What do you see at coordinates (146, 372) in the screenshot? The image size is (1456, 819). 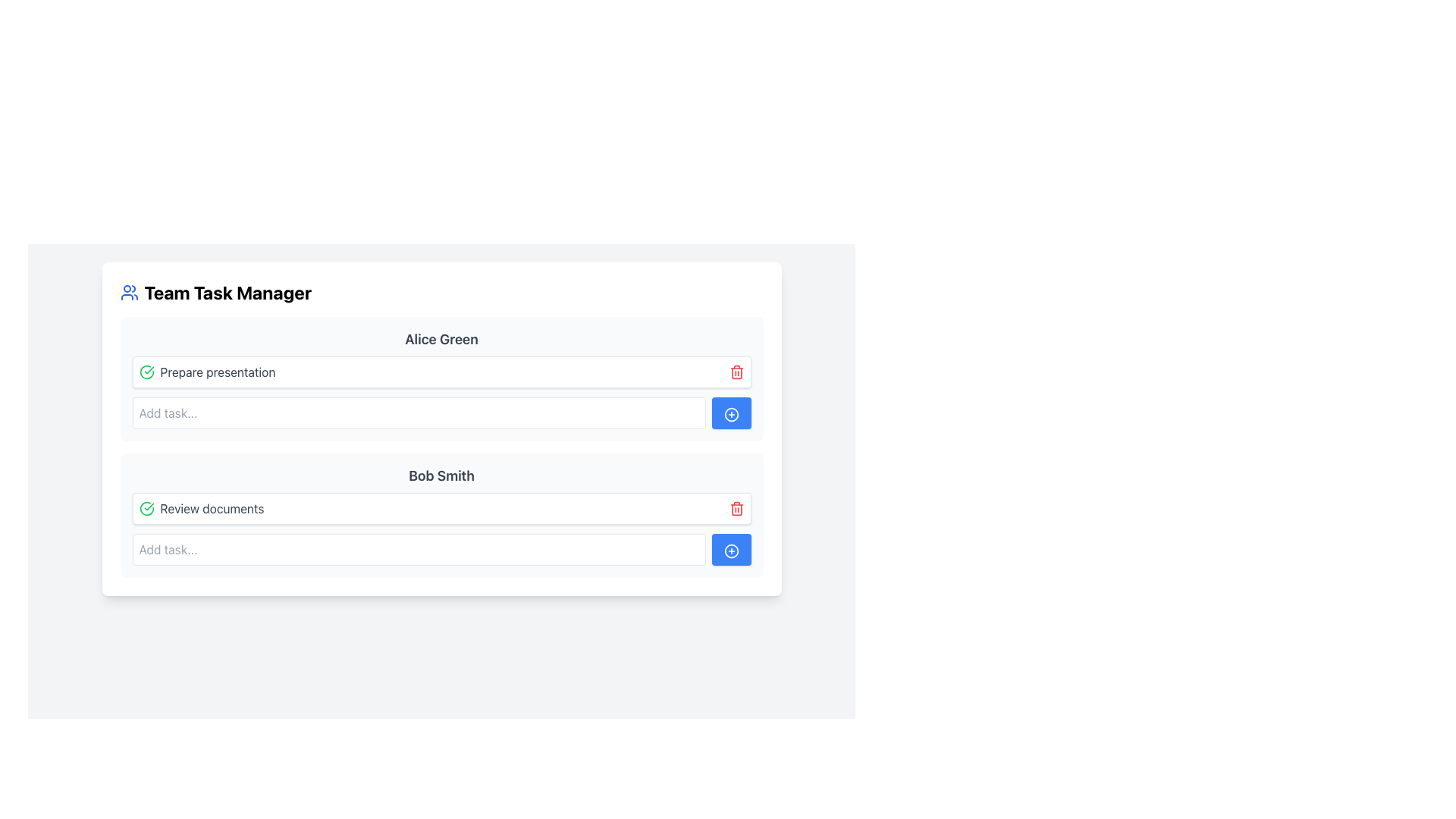 I see `the status represented by the completion icon for the 'Prepare presentation' task under 'Alice Green'` at bounding box center [146, 372].